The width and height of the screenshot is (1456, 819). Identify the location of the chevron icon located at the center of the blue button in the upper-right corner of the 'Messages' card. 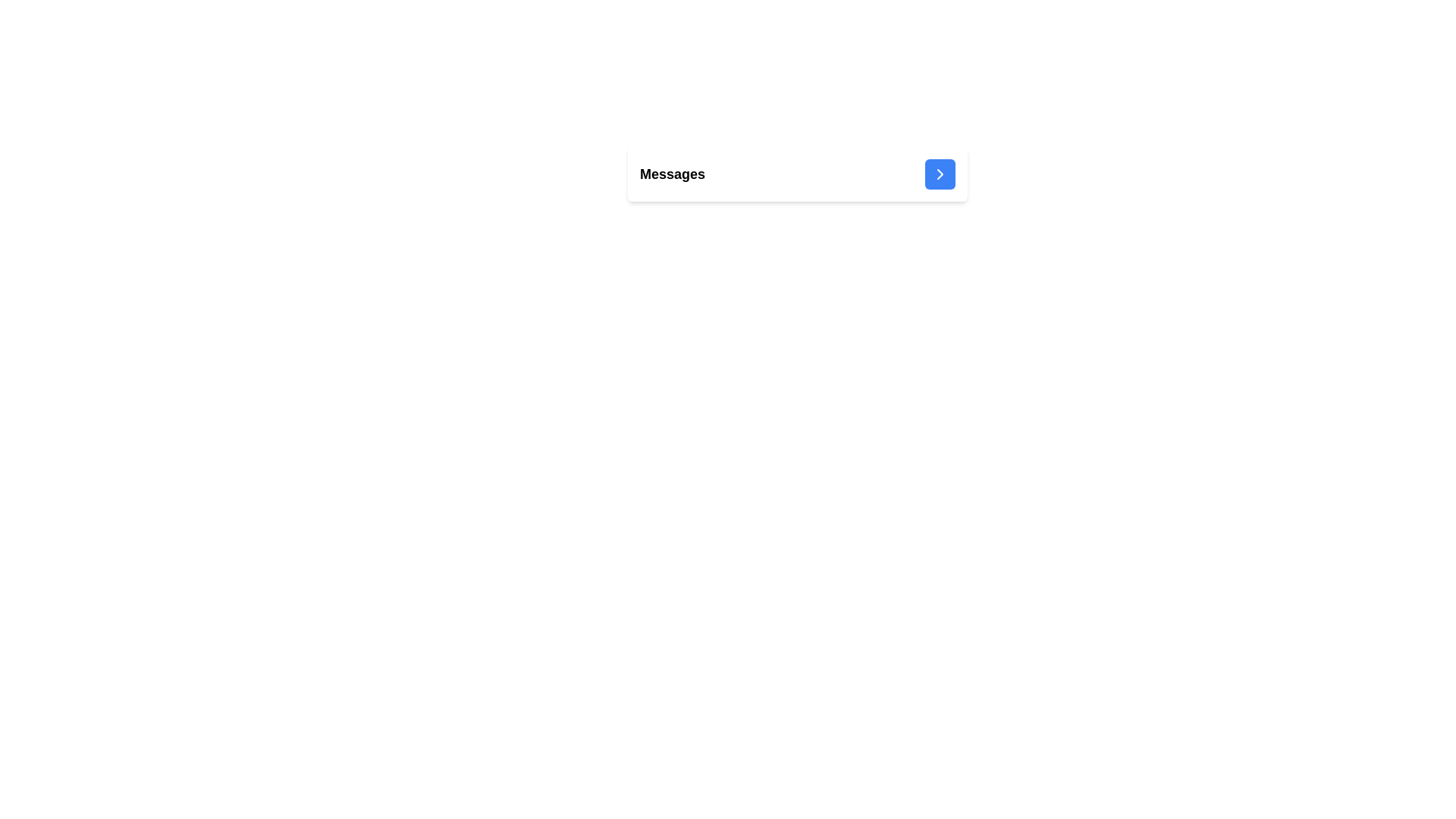
(939, 174).